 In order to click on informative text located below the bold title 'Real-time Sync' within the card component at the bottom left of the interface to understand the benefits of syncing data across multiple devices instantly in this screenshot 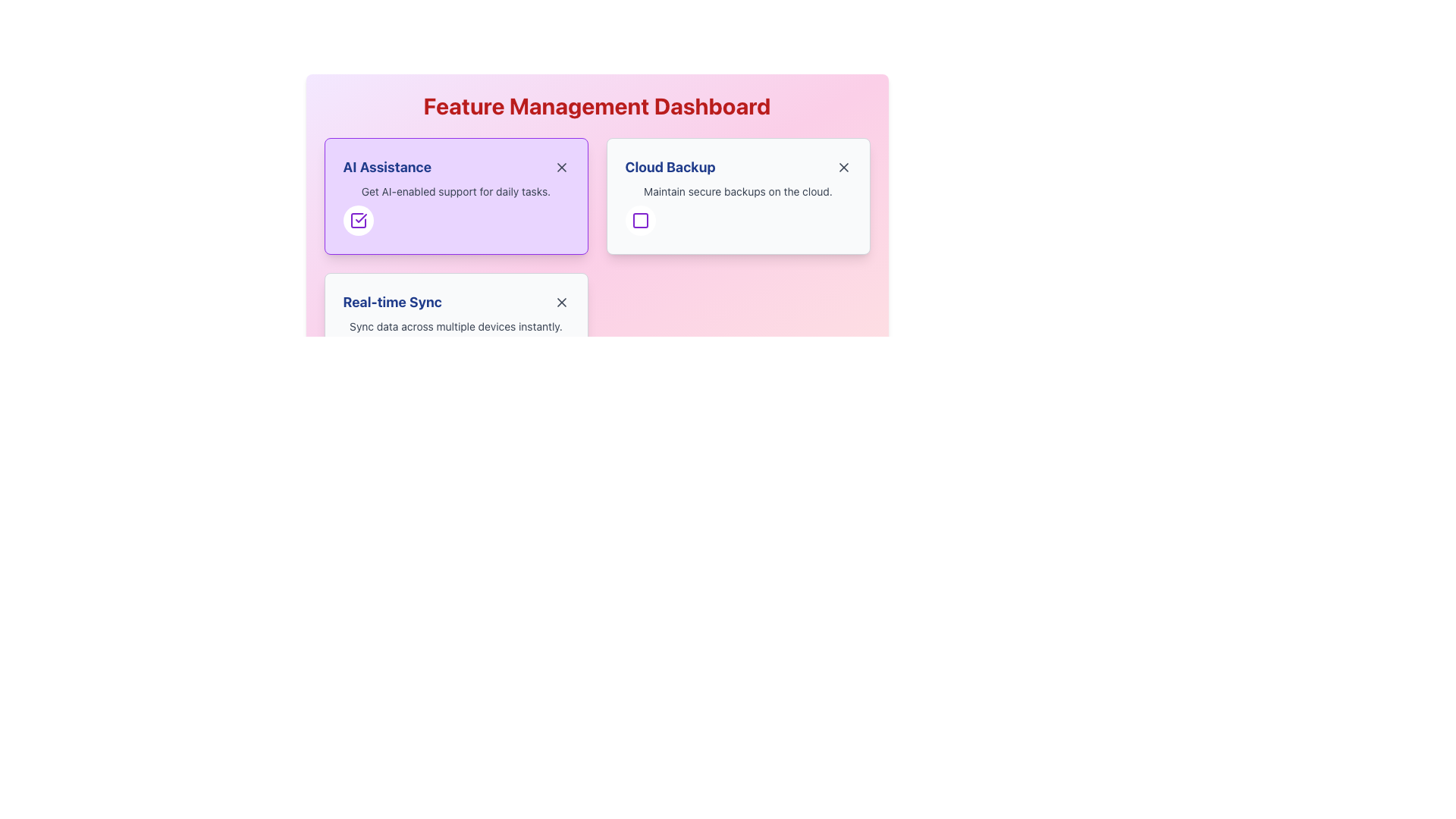, I will do `click(455, 326)`.